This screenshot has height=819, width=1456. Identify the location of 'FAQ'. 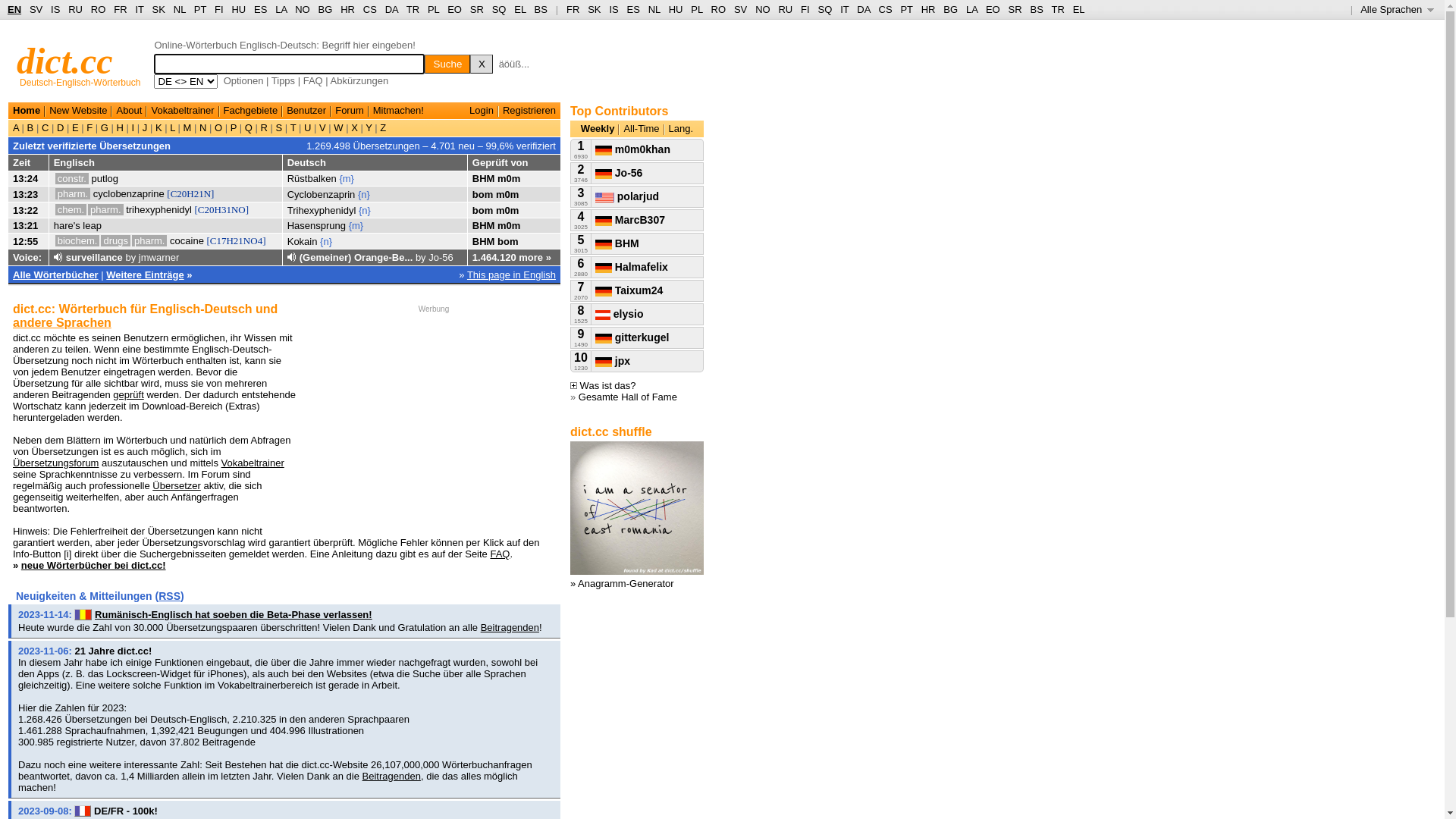
(312, 80).